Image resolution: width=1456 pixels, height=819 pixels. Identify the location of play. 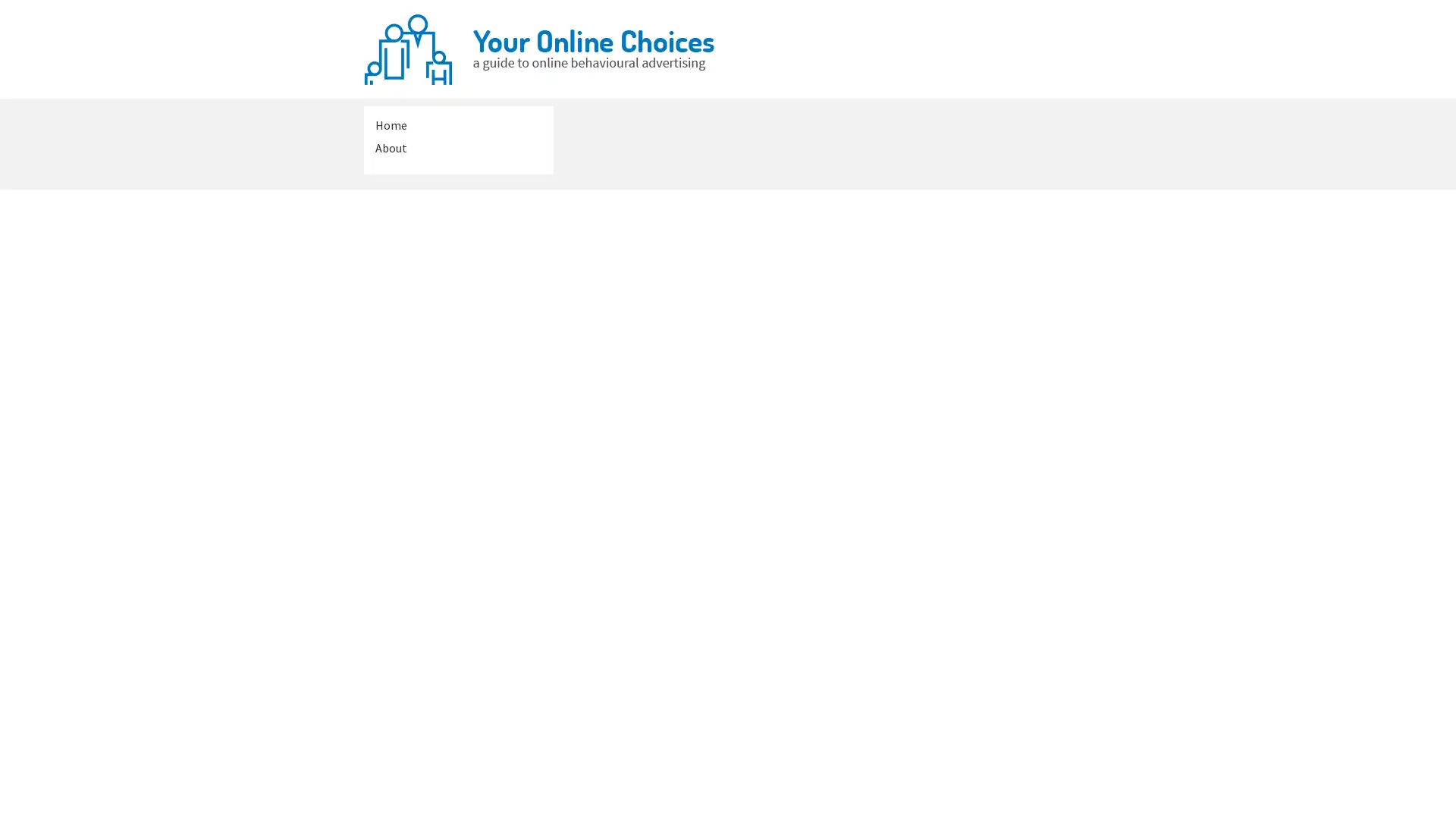
(641, 415).